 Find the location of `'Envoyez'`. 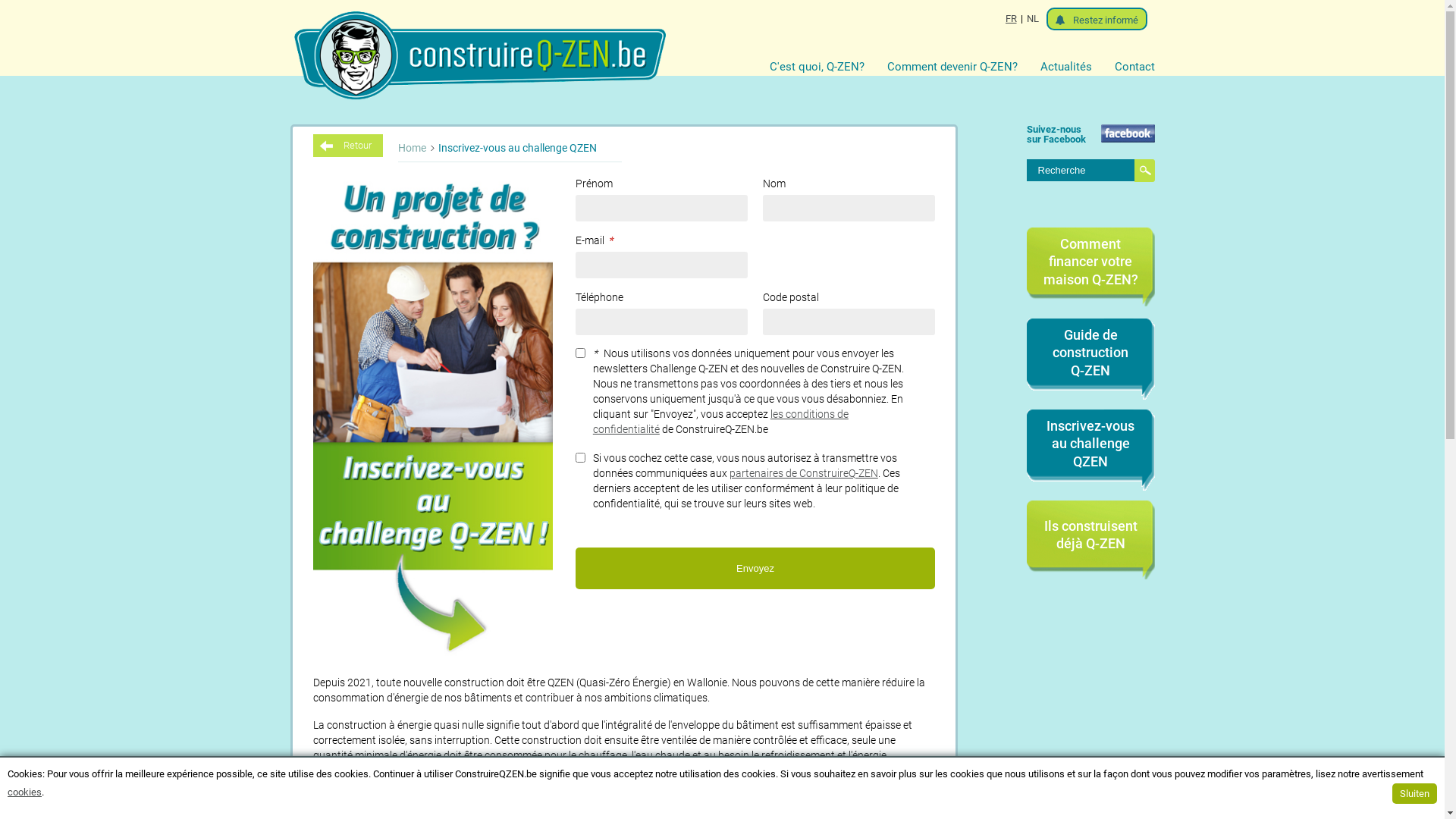

'Envoyez' is located at coordinates (755, 568).